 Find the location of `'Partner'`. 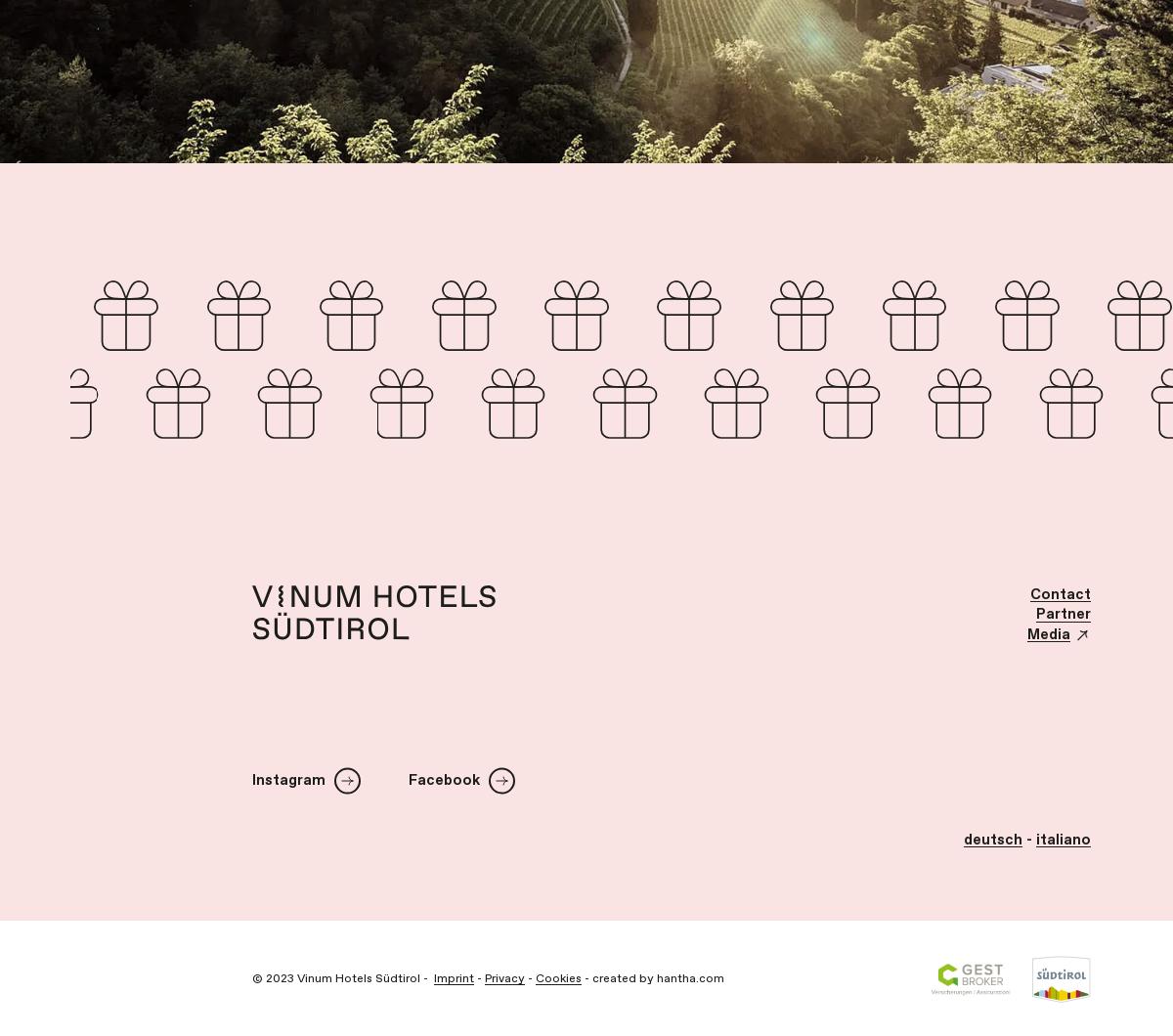

'Partner' is located at coordinates (1063, 615).